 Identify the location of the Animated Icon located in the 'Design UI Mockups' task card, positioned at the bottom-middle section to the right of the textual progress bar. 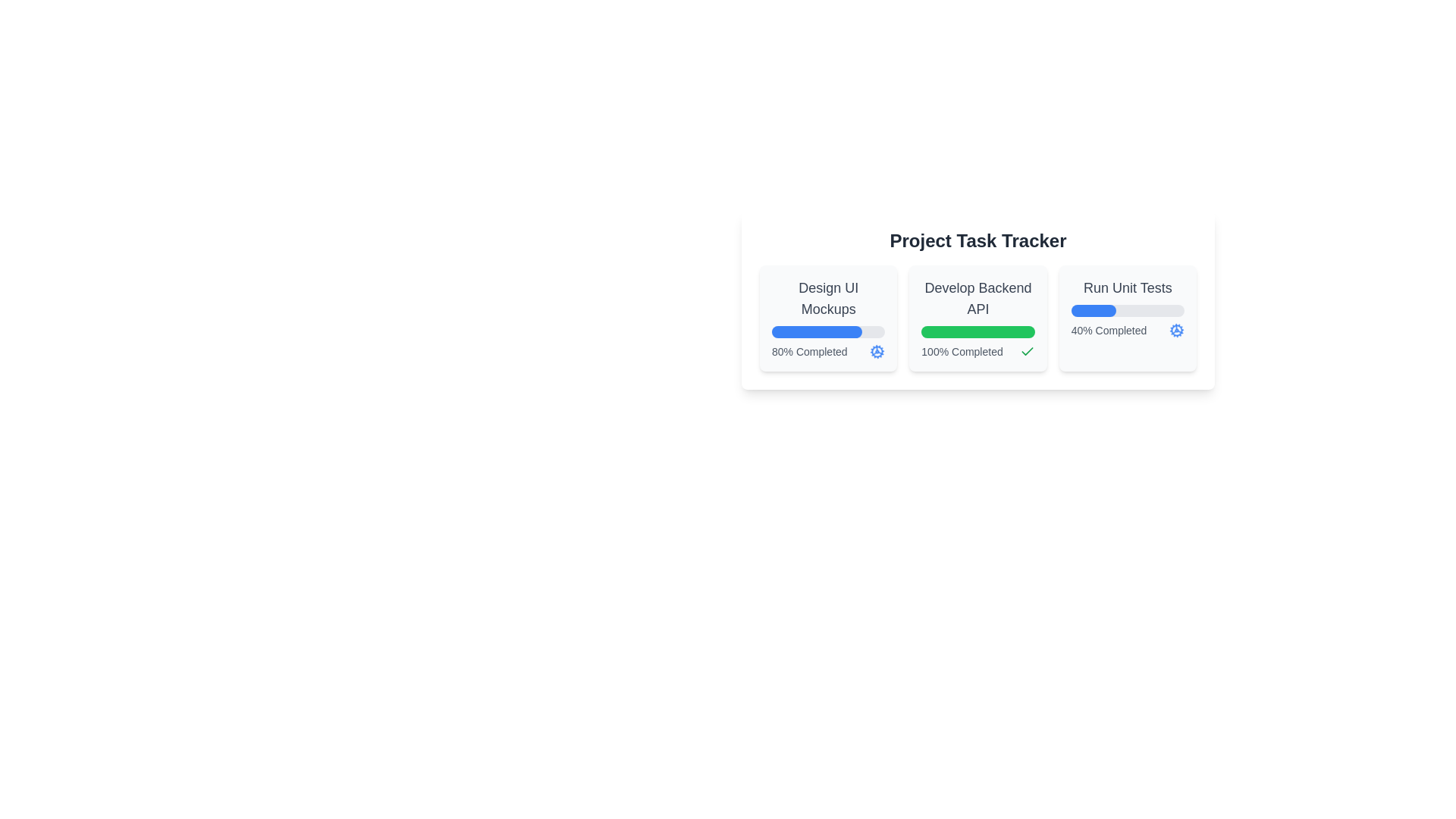
(877, 351).